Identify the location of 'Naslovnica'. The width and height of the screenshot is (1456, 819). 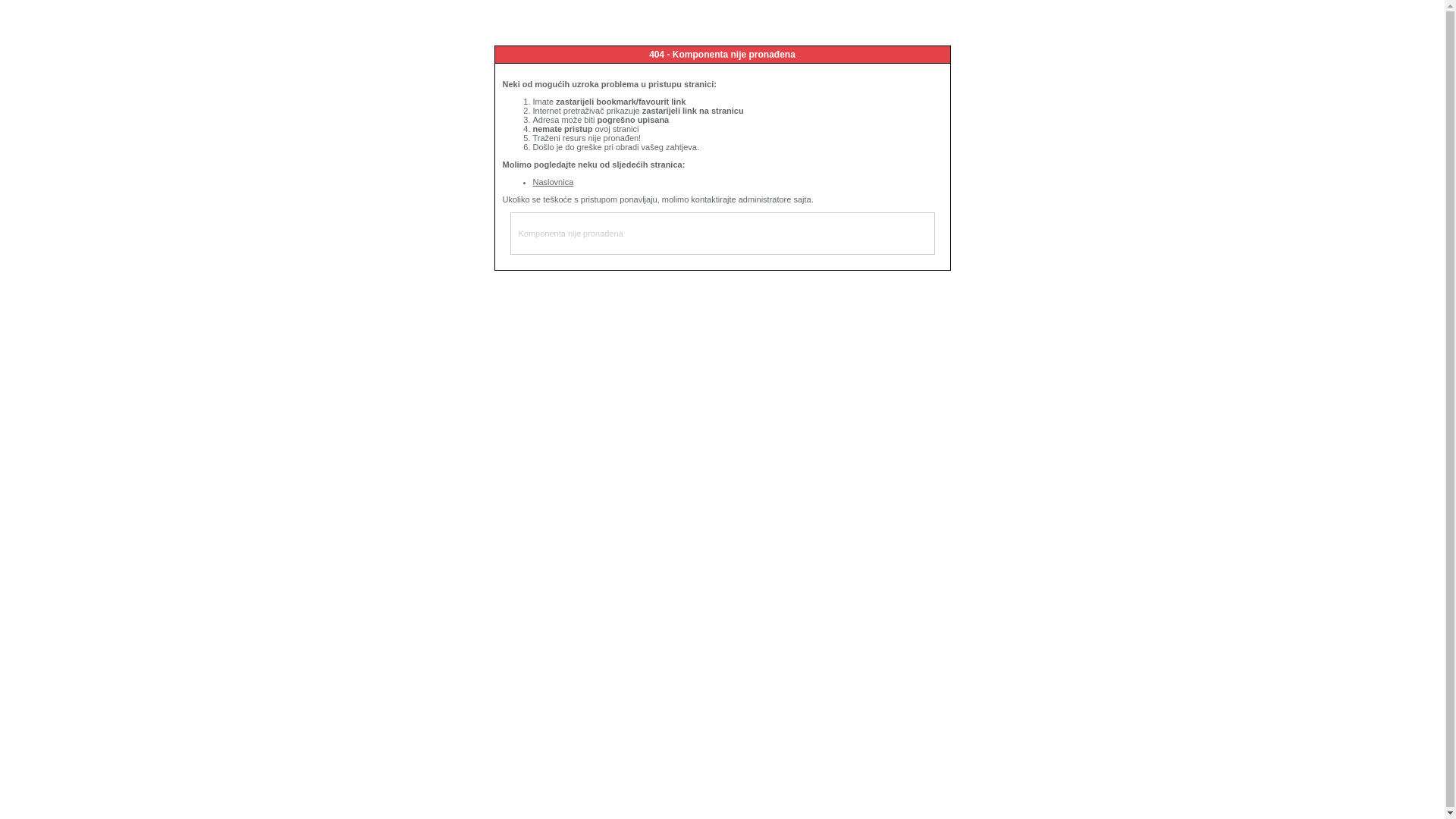
(552, 180).